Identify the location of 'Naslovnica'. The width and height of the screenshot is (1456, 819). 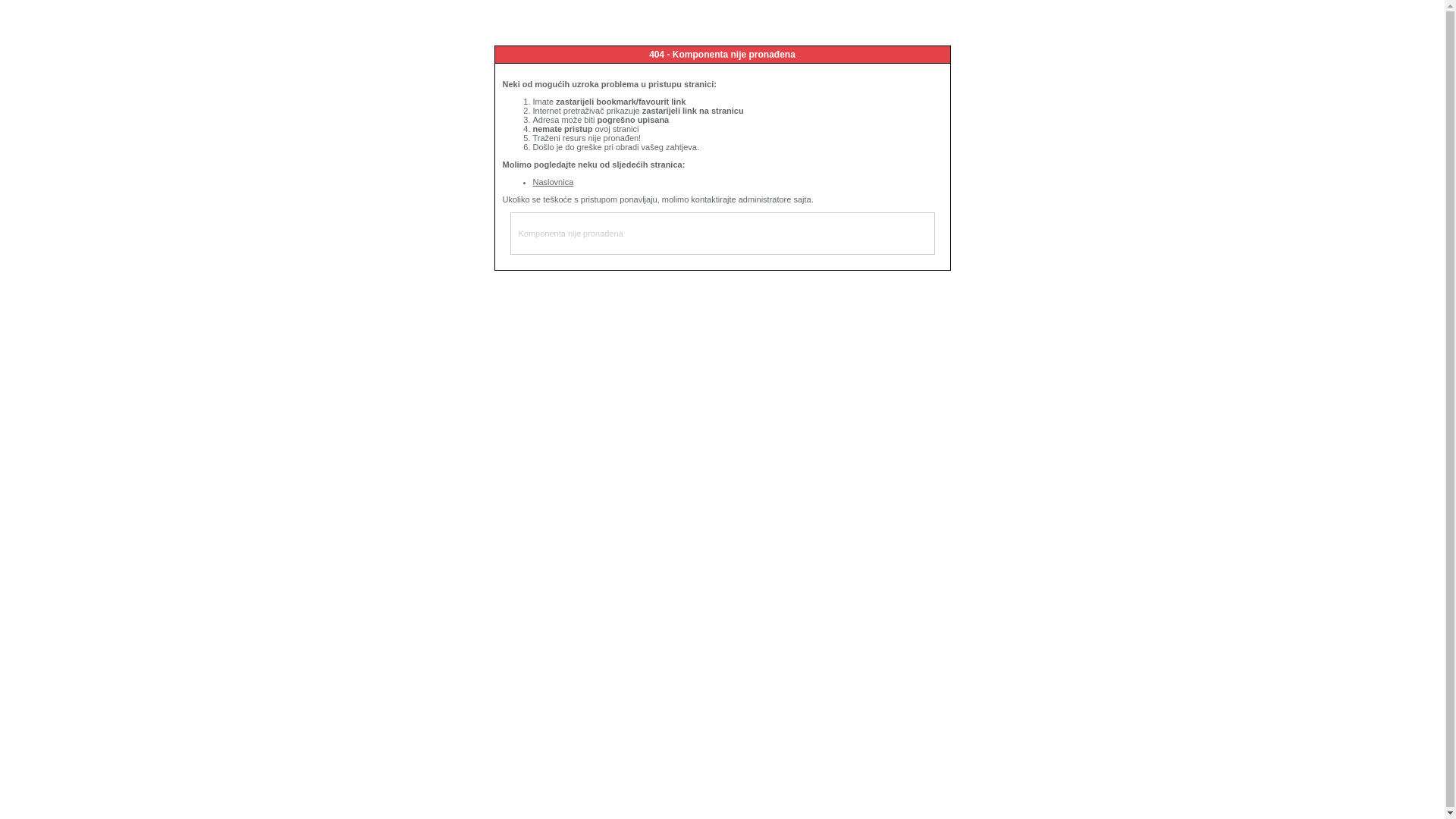
(552, 180).